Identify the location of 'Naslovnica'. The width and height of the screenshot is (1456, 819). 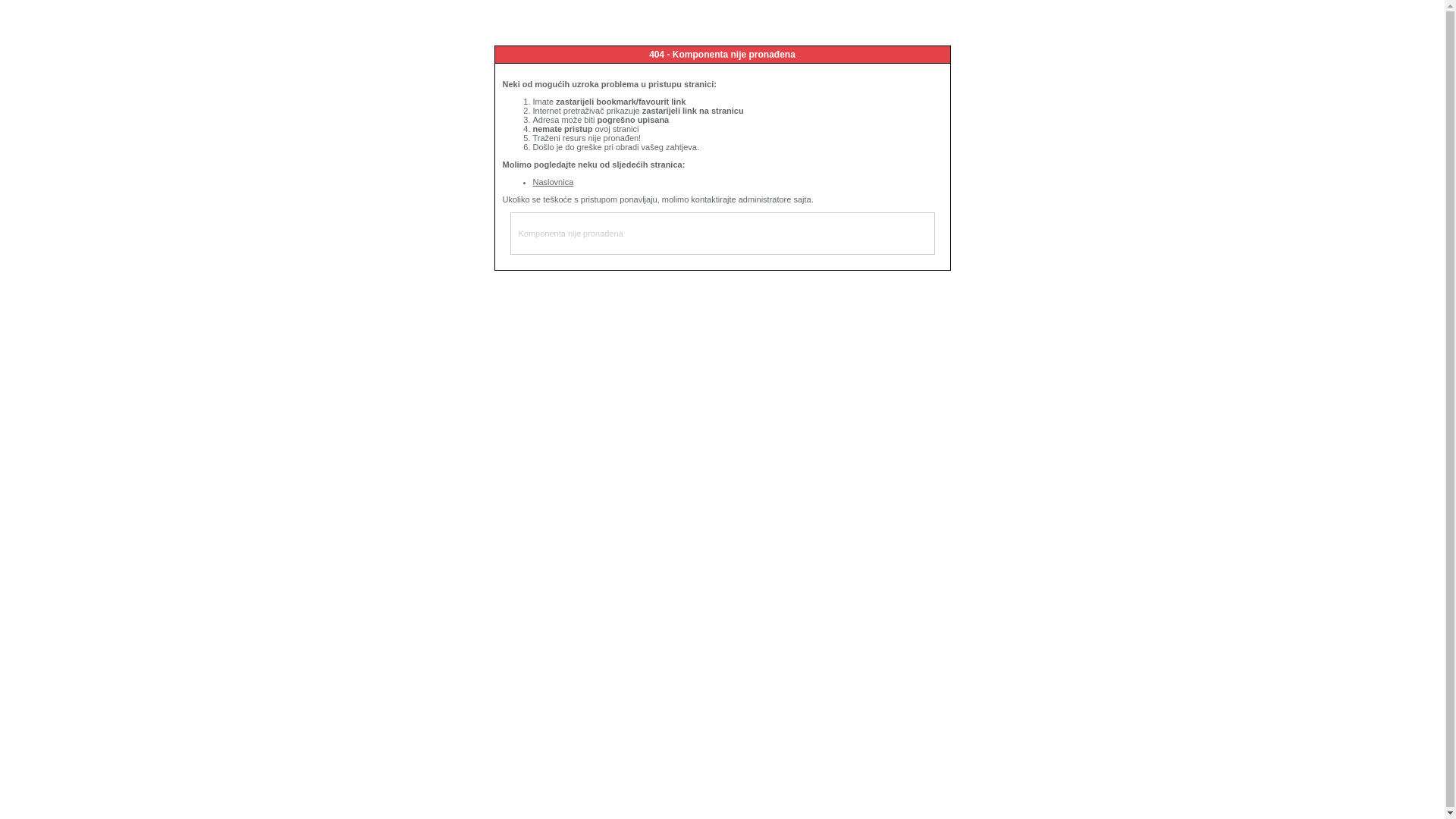
(552, 180).